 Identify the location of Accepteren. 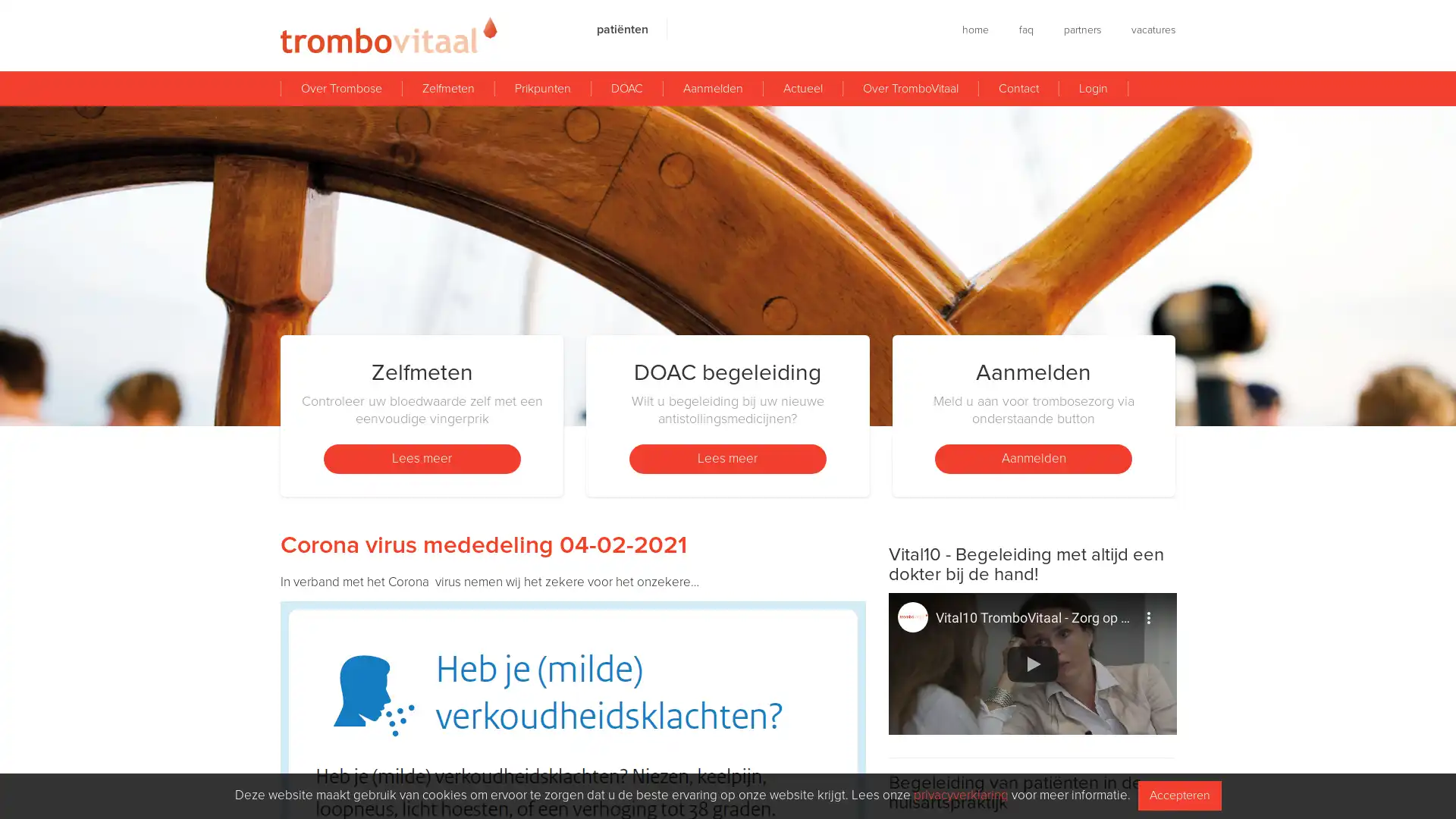
(1178, 795).